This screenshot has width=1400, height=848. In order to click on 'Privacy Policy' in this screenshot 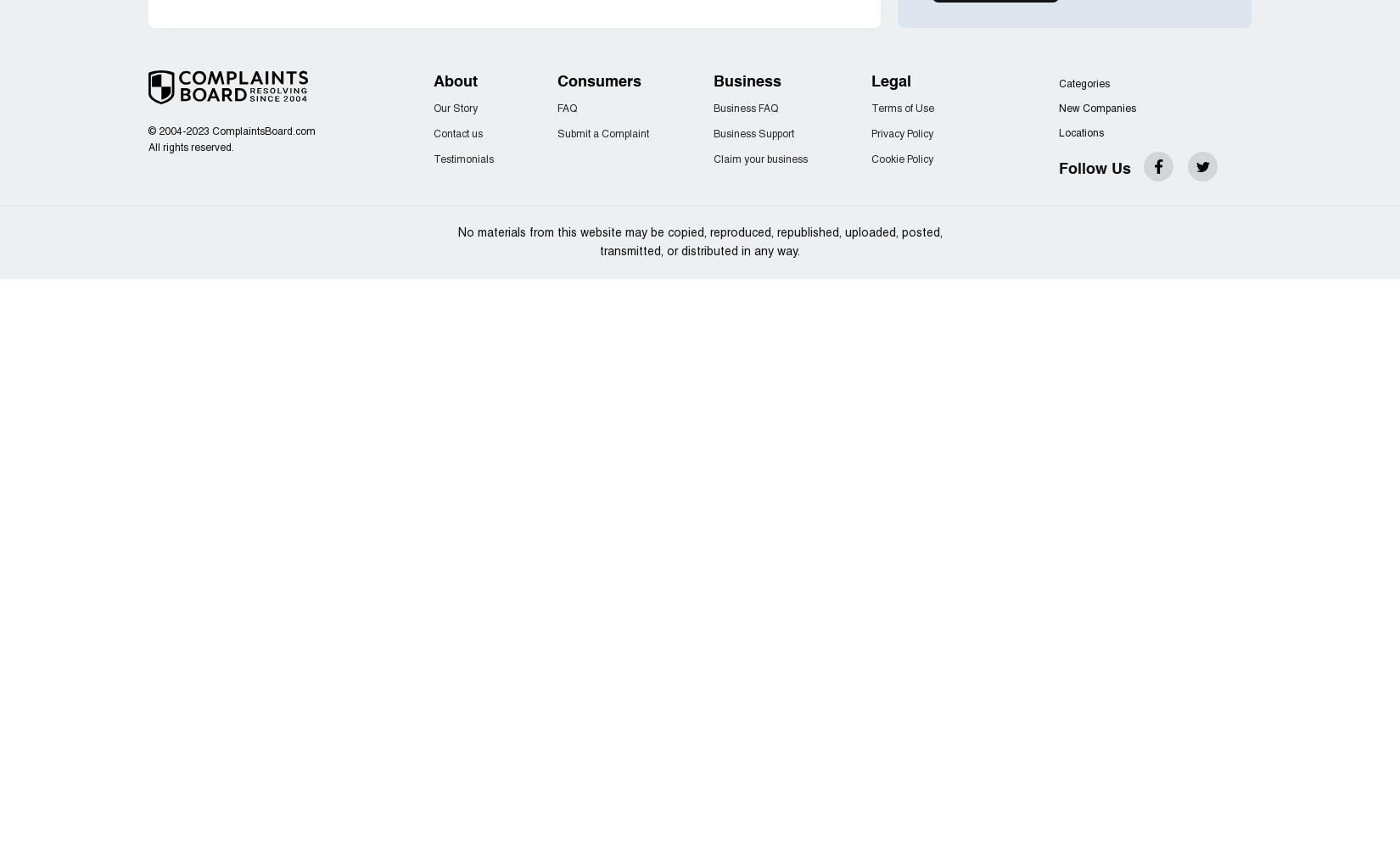, I will do `click(902, 134)`.